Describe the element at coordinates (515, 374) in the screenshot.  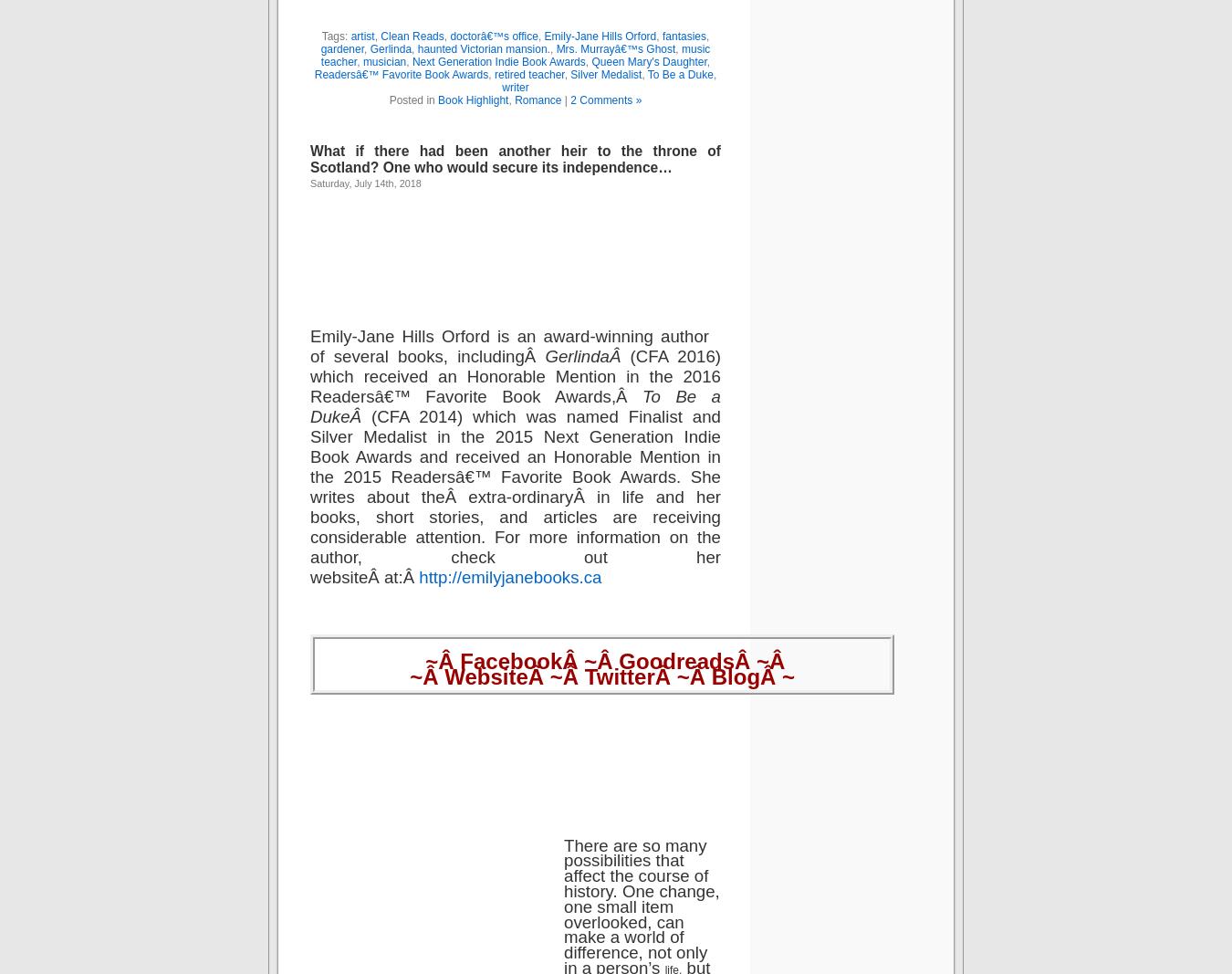
I see `'(CFA 2016) which received an Honorable Mention in the 2016 Readersâ€™ Favorite Book Awards,Â'` at that location.